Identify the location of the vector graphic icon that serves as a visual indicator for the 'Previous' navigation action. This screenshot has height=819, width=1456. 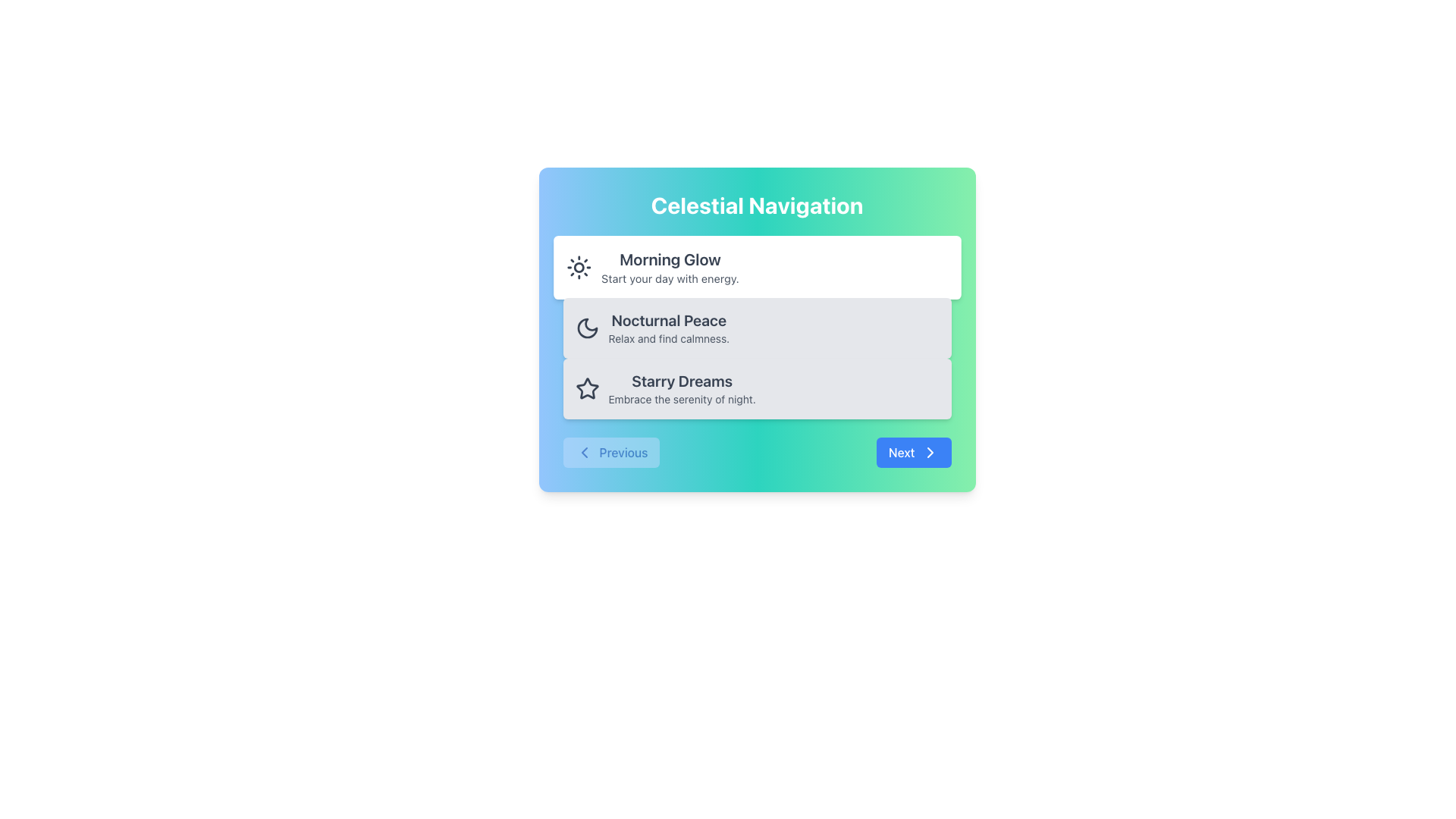
(583, 452).